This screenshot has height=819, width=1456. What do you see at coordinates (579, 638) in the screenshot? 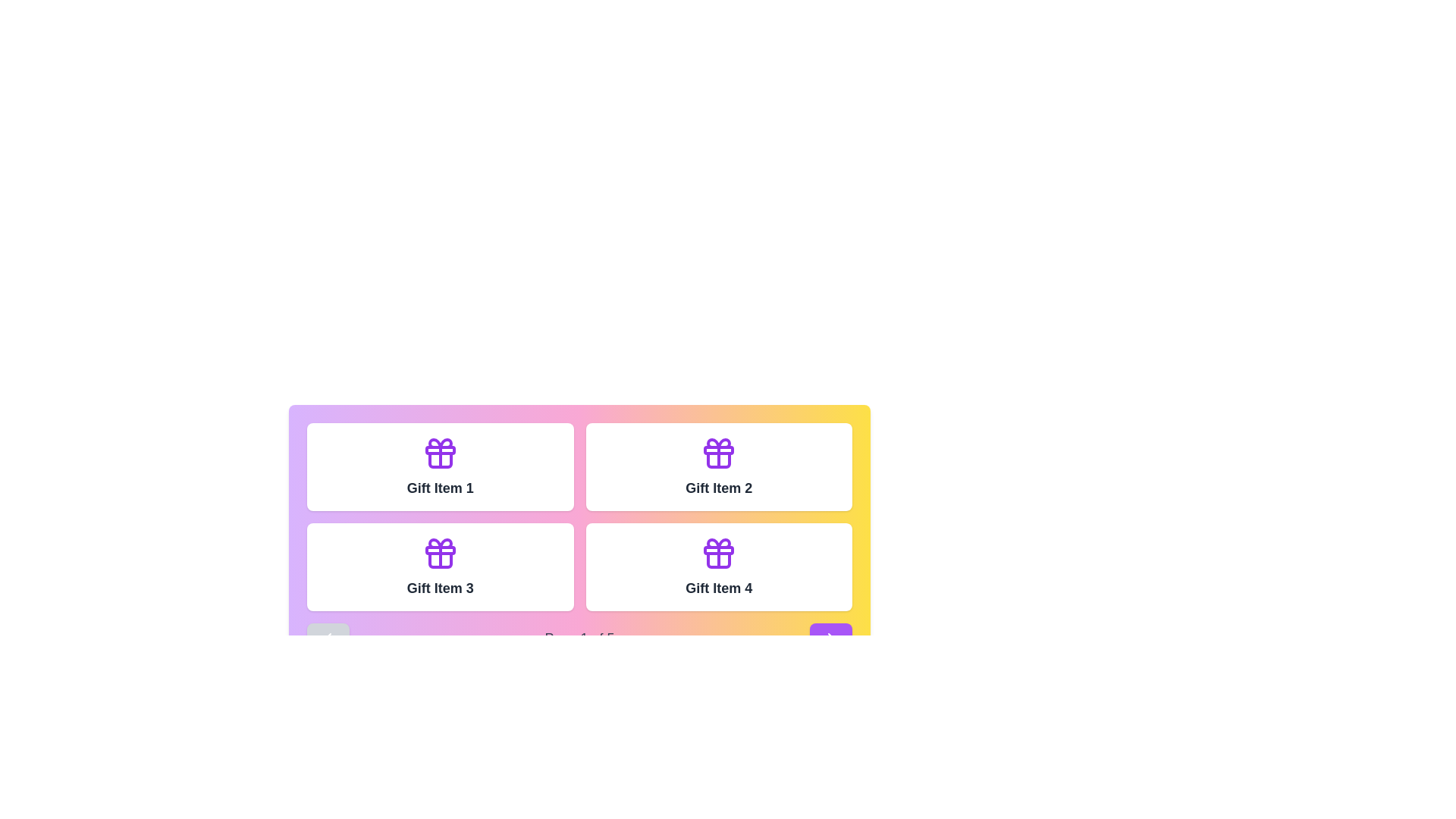
I see `the right arrow button on the Pagination control bar, which features a gradient background and a label 'Page 1 of 5' with interactive navigation buttons` at bounding box center [579, 638].